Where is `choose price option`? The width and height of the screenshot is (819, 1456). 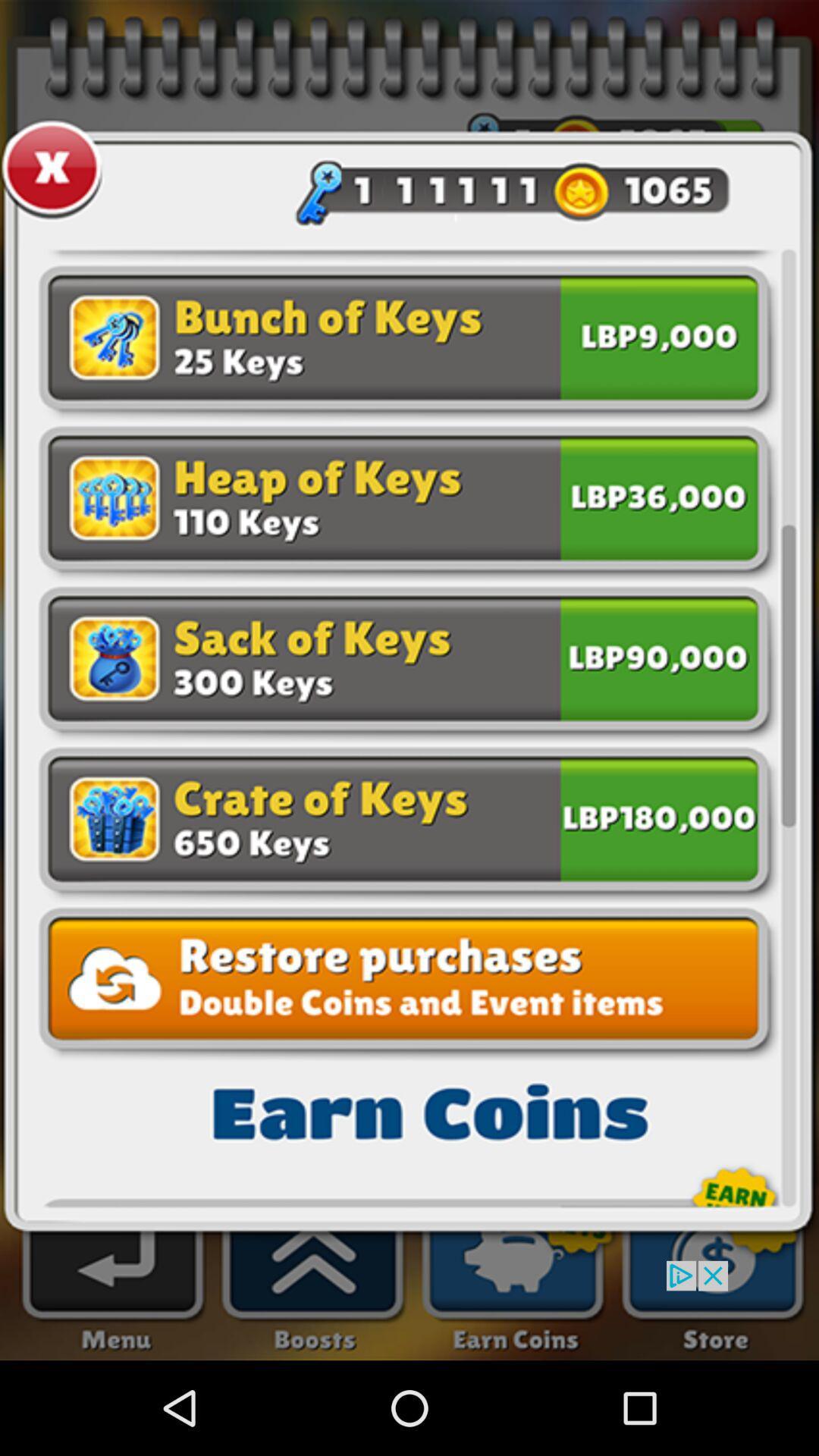
choose price option is located at coordinates (658, 815).